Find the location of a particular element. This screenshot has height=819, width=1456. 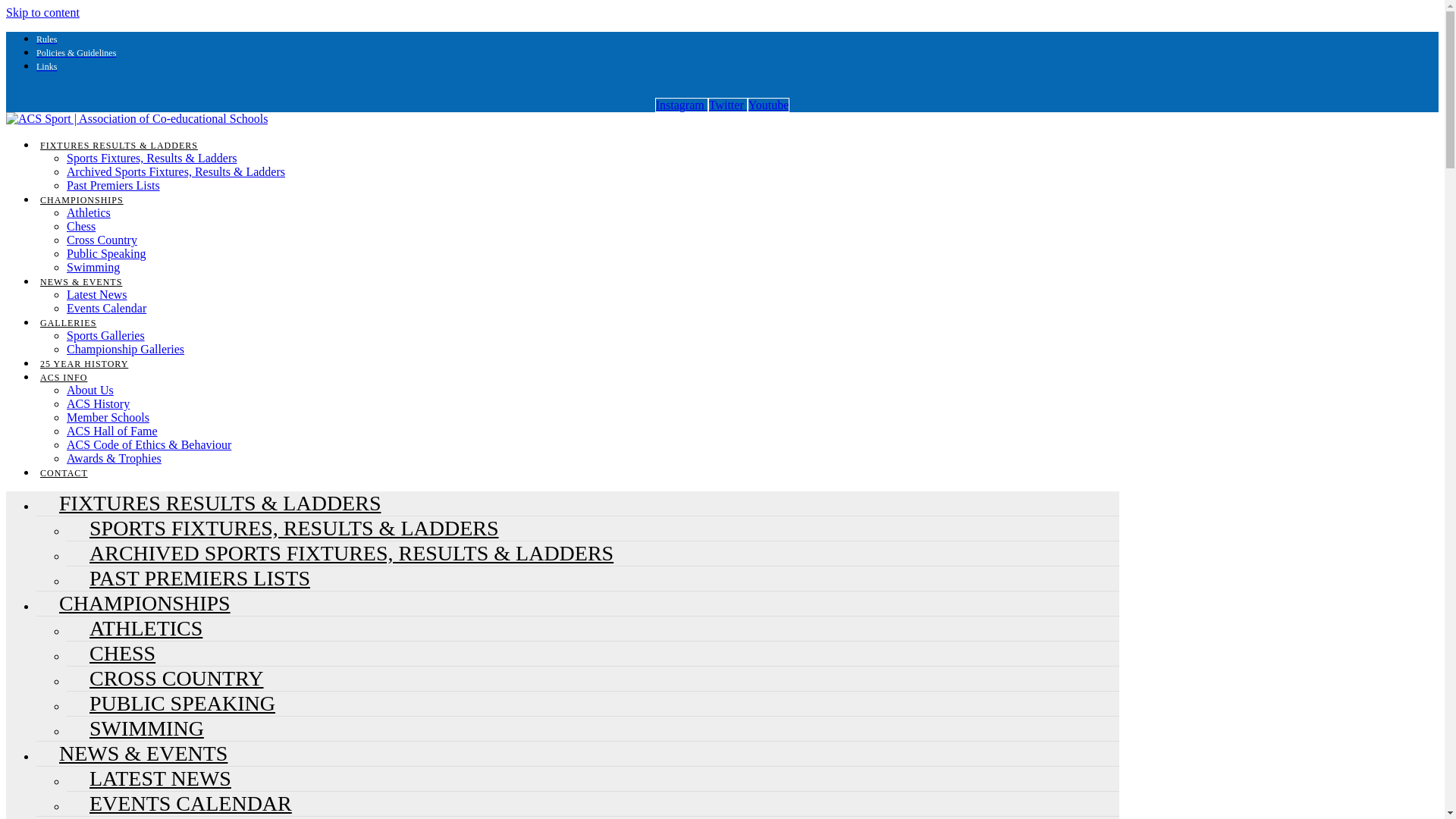

'Policies & Guidelines' is located at coordinates (75, 52).